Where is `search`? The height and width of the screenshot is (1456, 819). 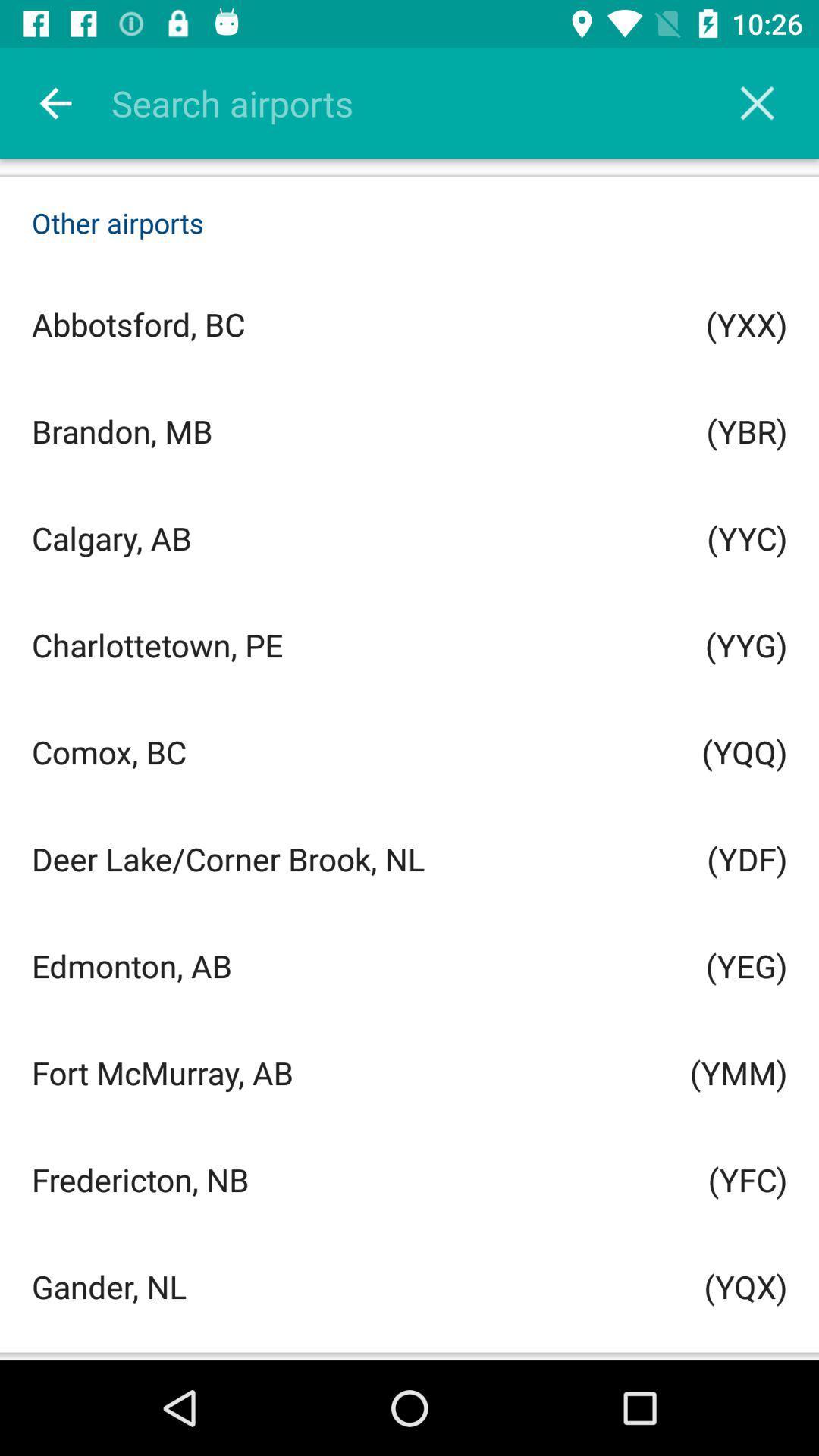
search is located at coordinates (757, 102).